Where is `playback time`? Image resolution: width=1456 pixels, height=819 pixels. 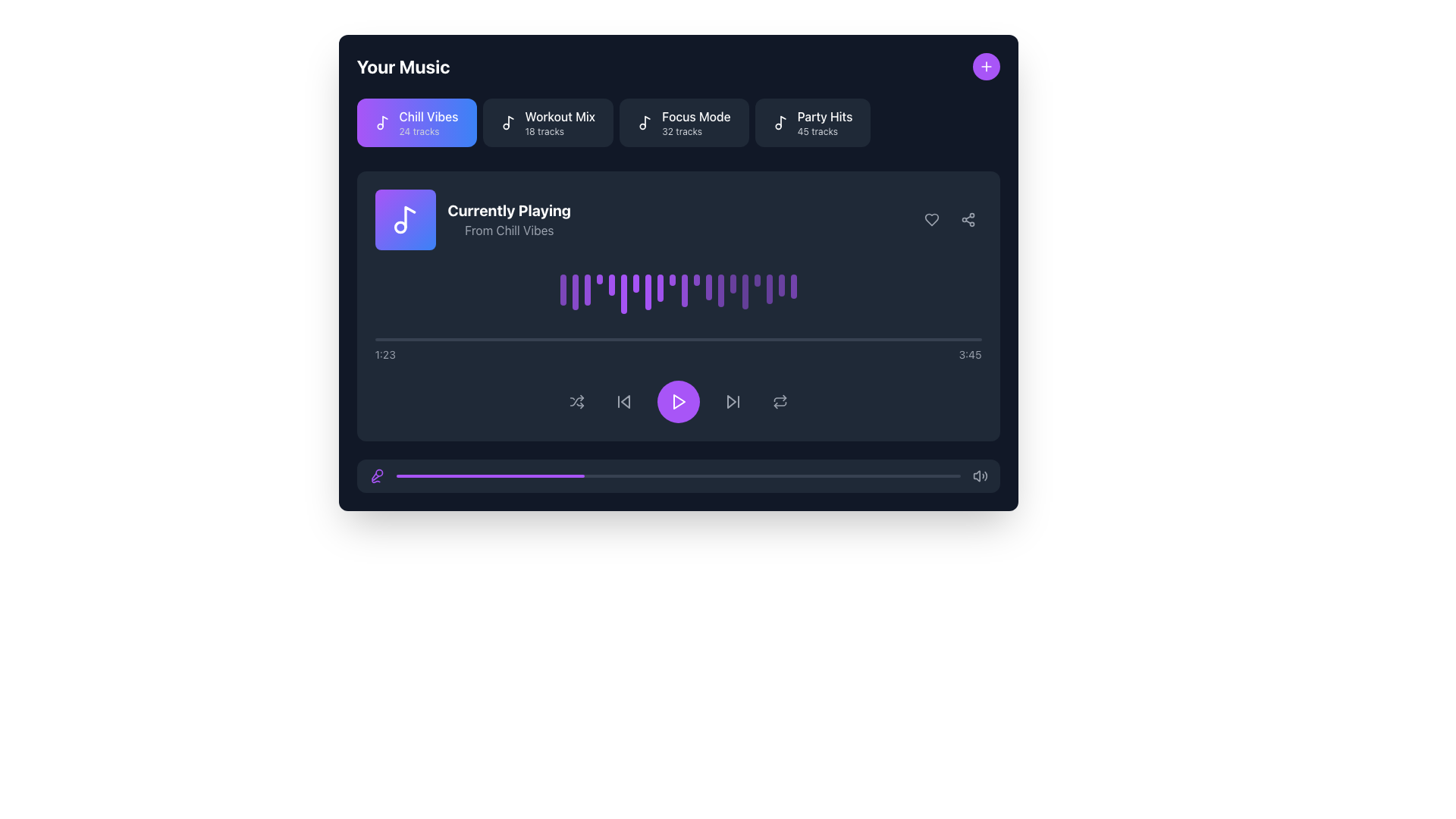 playback time is located at coordinates (587, 339).